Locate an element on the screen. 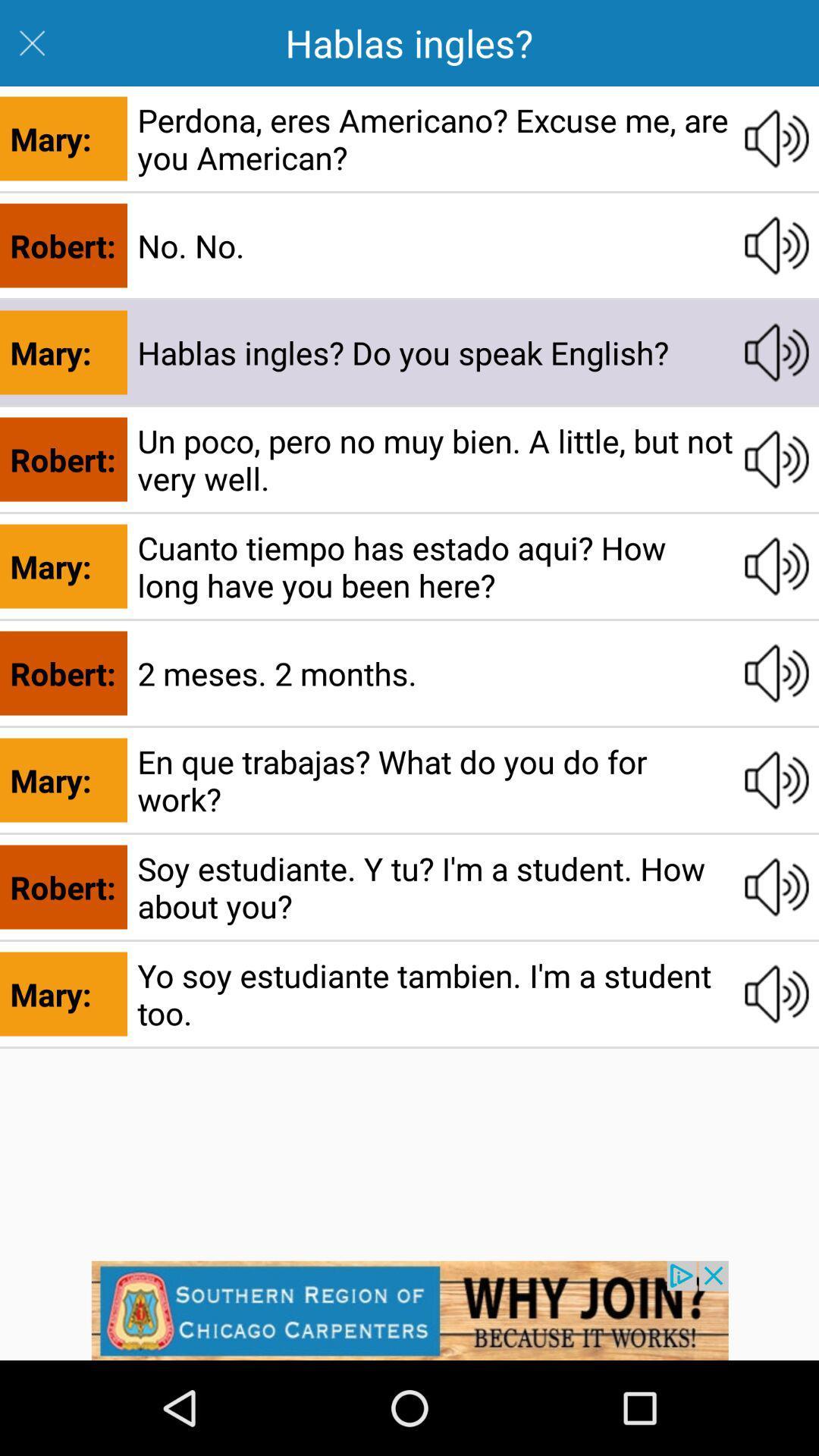 Image resolution: width=819 pixels, height=1456 pixels. audio is located at coordinates (777, 246).